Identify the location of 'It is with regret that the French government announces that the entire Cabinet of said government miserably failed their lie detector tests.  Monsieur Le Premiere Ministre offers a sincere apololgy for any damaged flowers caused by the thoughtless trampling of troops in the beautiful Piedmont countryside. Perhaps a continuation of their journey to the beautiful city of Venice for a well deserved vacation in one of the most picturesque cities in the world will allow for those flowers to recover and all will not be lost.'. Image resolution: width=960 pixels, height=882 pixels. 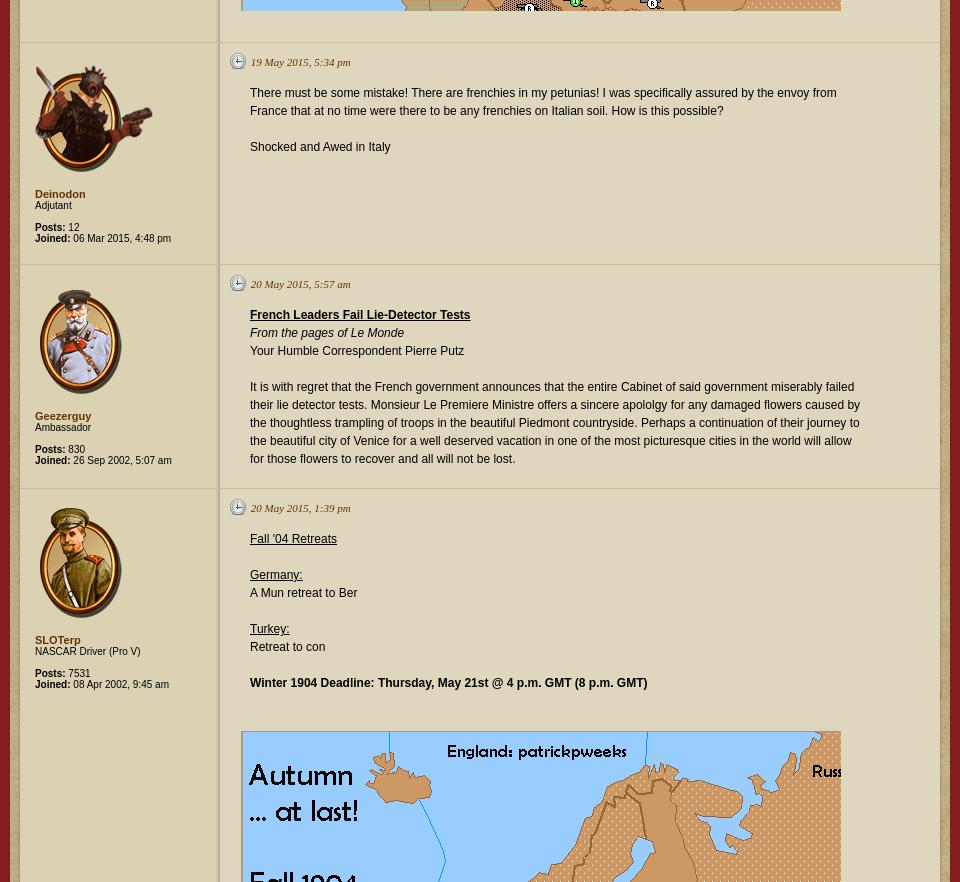
(554, 422).